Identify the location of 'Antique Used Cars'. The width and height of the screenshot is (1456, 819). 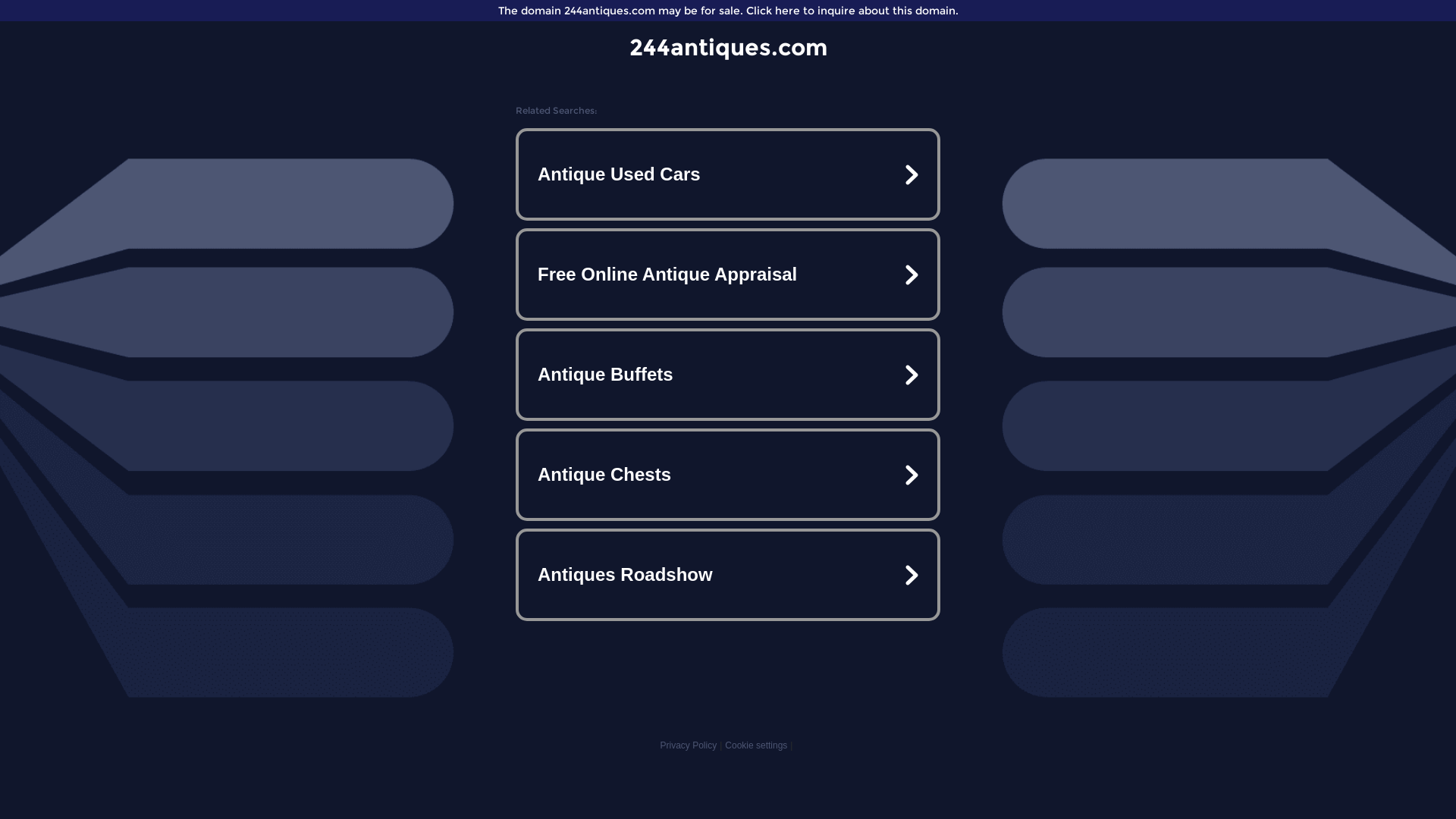
(728, 174).